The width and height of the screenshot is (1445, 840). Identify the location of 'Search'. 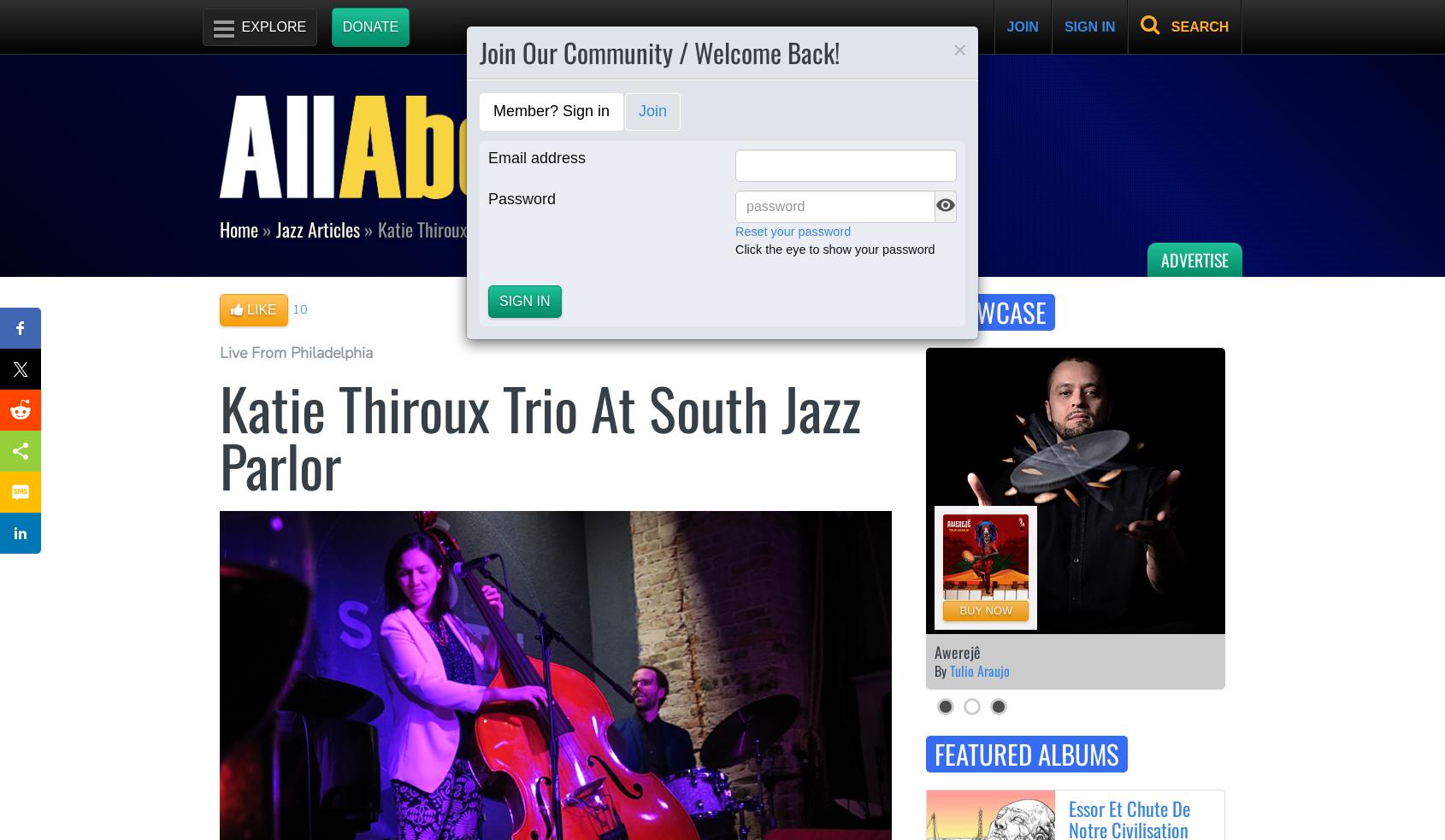
(1170, 26).